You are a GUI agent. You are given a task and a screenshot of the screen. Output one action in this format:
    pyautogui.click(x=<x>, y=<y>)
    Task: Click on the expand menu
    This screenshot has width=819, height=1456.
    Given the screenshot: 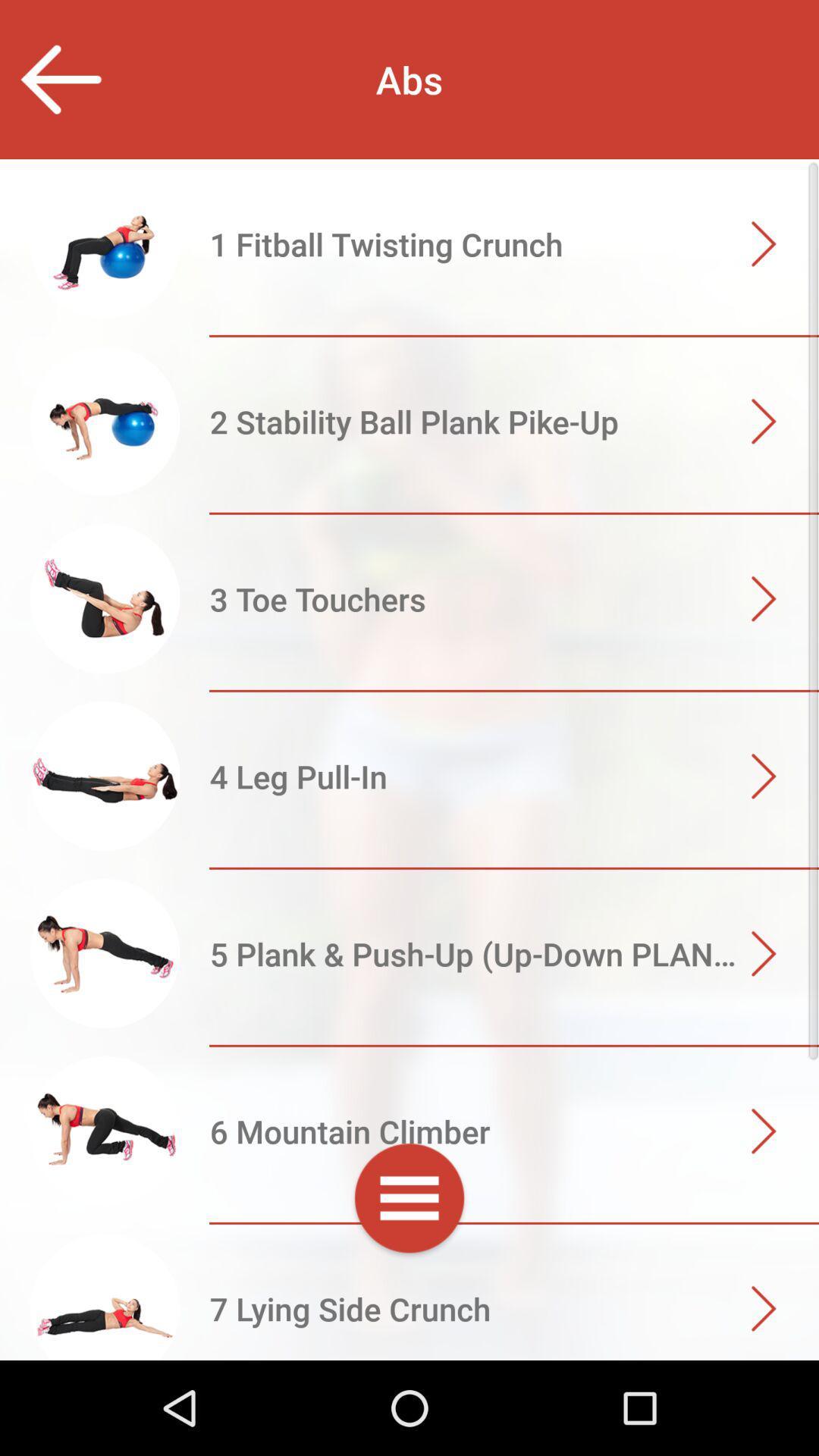 What is the action you would take?
    pyautogui.click(x=409, y=1200)
    